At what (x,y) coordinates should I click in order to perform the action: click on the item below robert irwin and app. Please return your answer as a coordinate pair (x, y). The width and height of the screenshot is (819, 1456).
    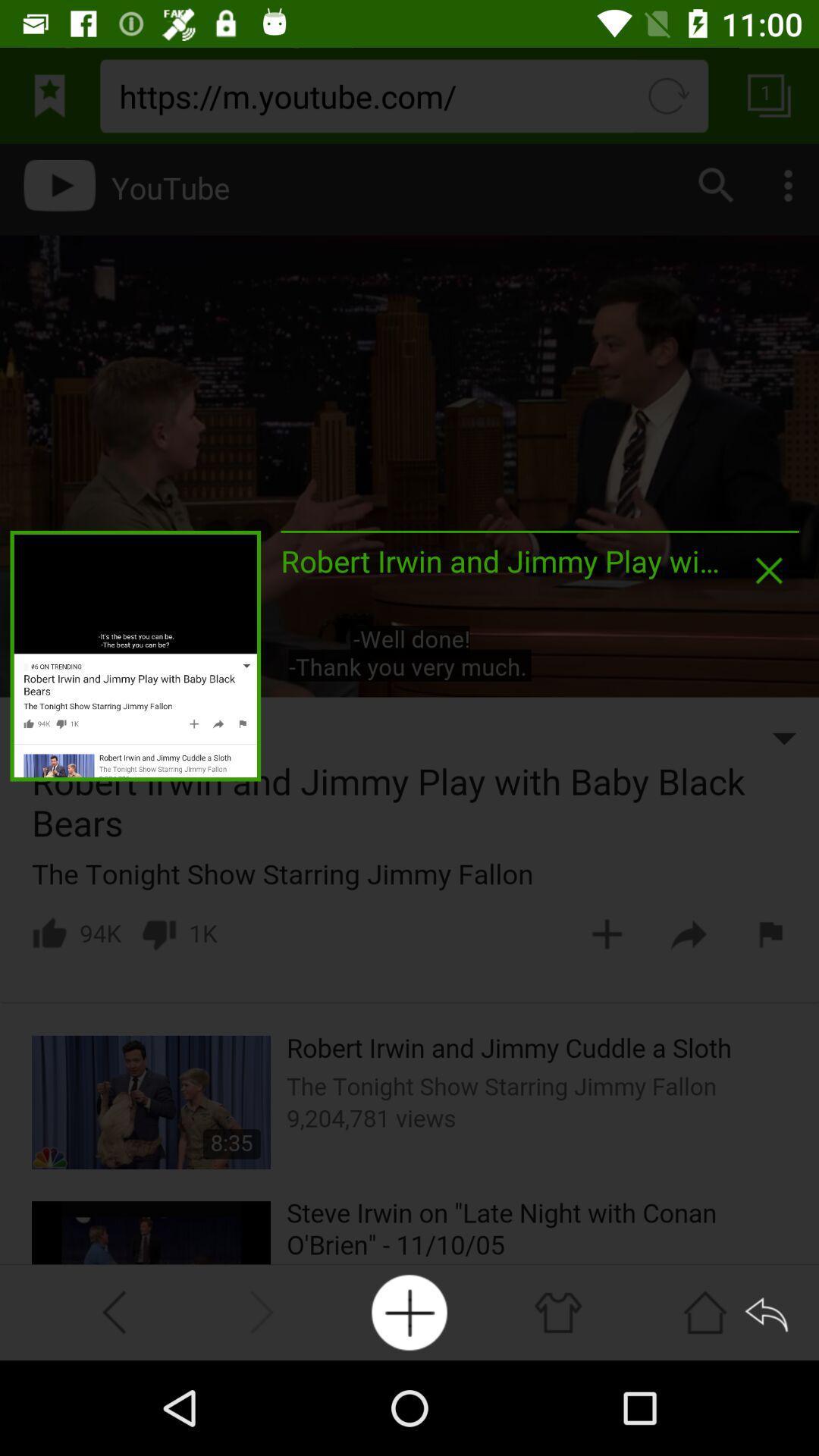
    Looking at the image, I should click on (409, 1312).